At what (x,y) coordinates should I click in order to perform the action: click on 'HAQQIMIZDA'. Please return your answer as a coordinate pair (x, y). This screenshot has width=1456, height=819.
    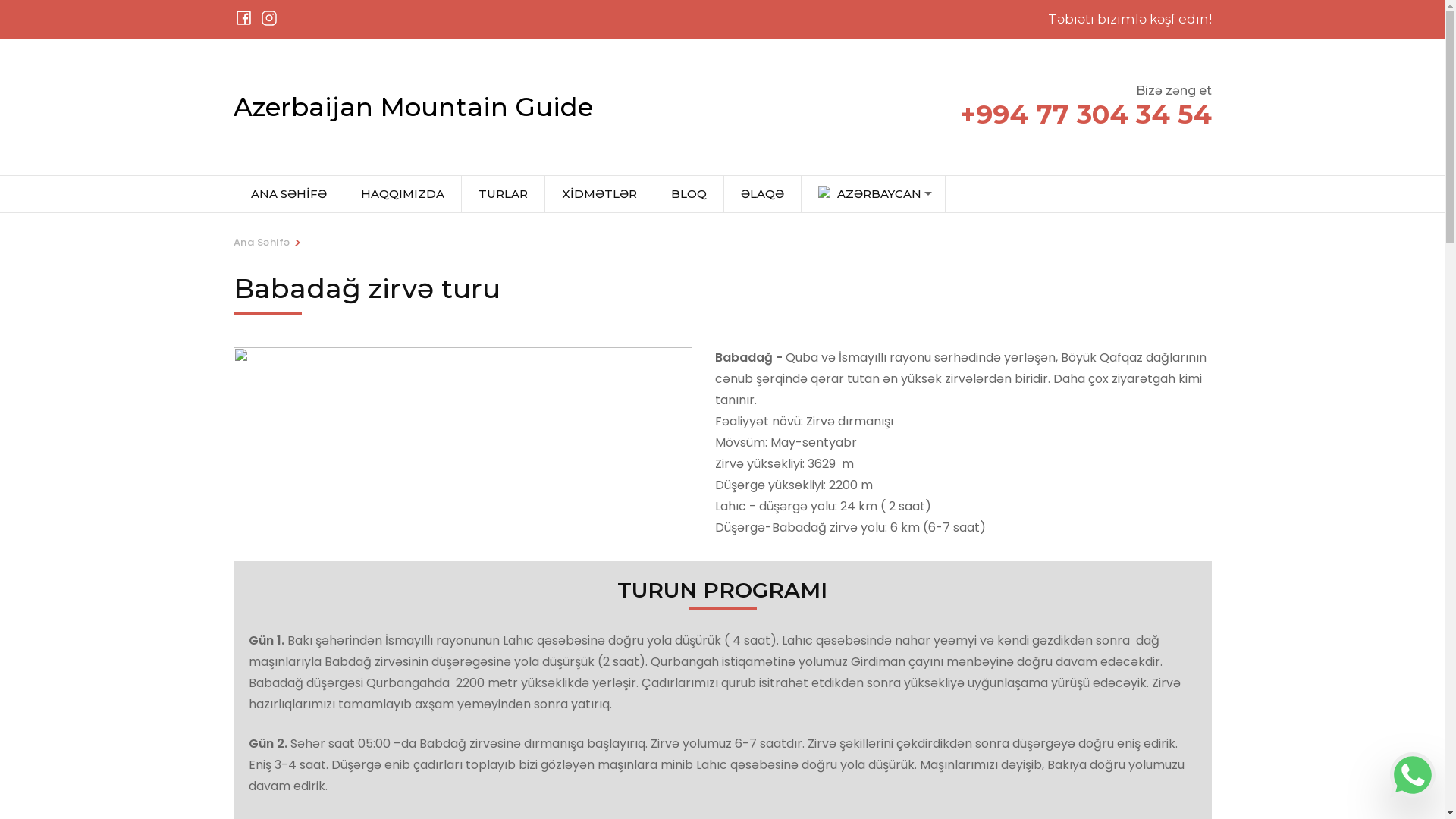
    Looking at the image, I should click on (403, 193).